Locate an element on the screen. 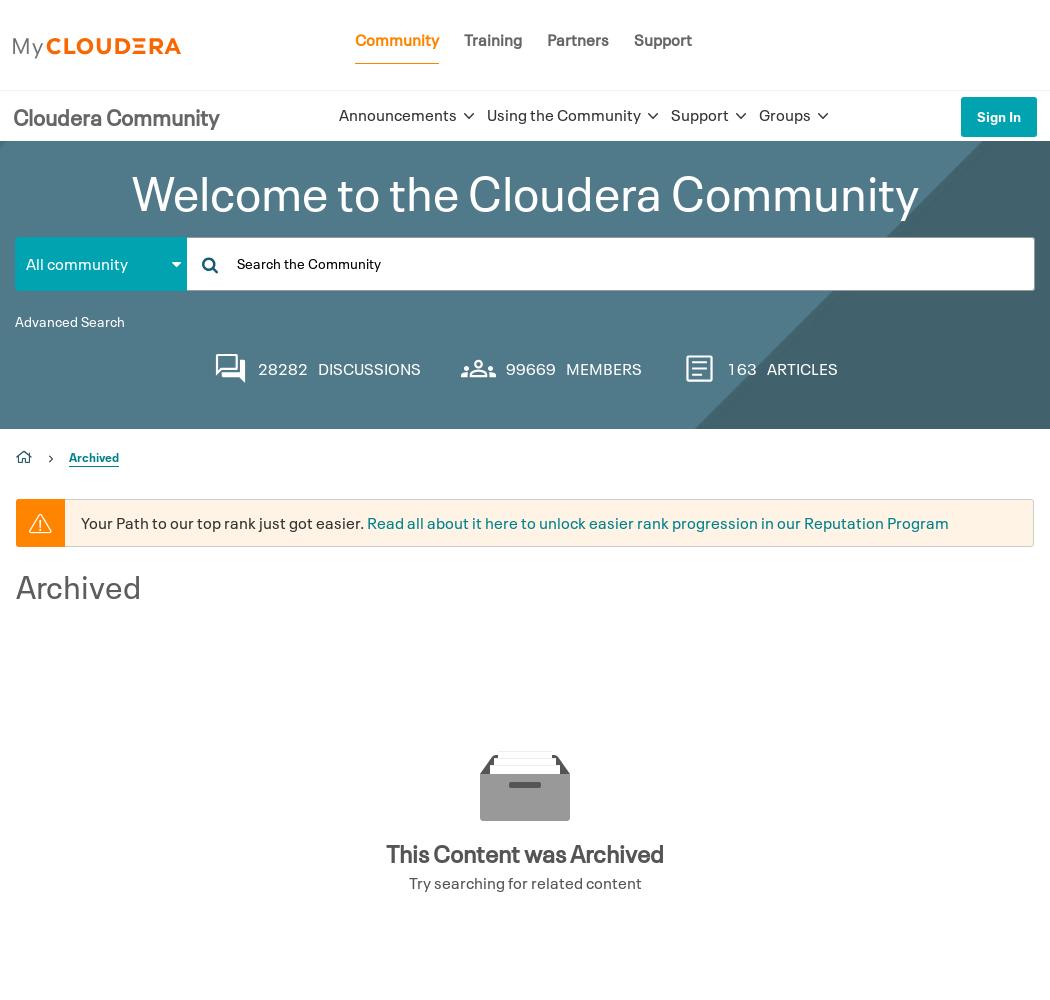  '28282' is located at coordinates (281, 367).